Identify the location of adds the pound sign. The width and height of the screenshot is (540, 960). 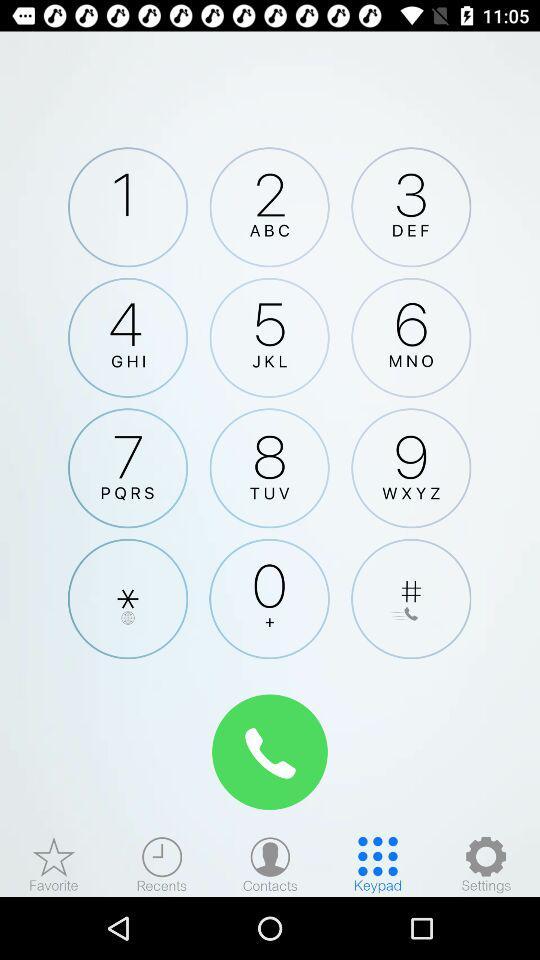
(410, 599).